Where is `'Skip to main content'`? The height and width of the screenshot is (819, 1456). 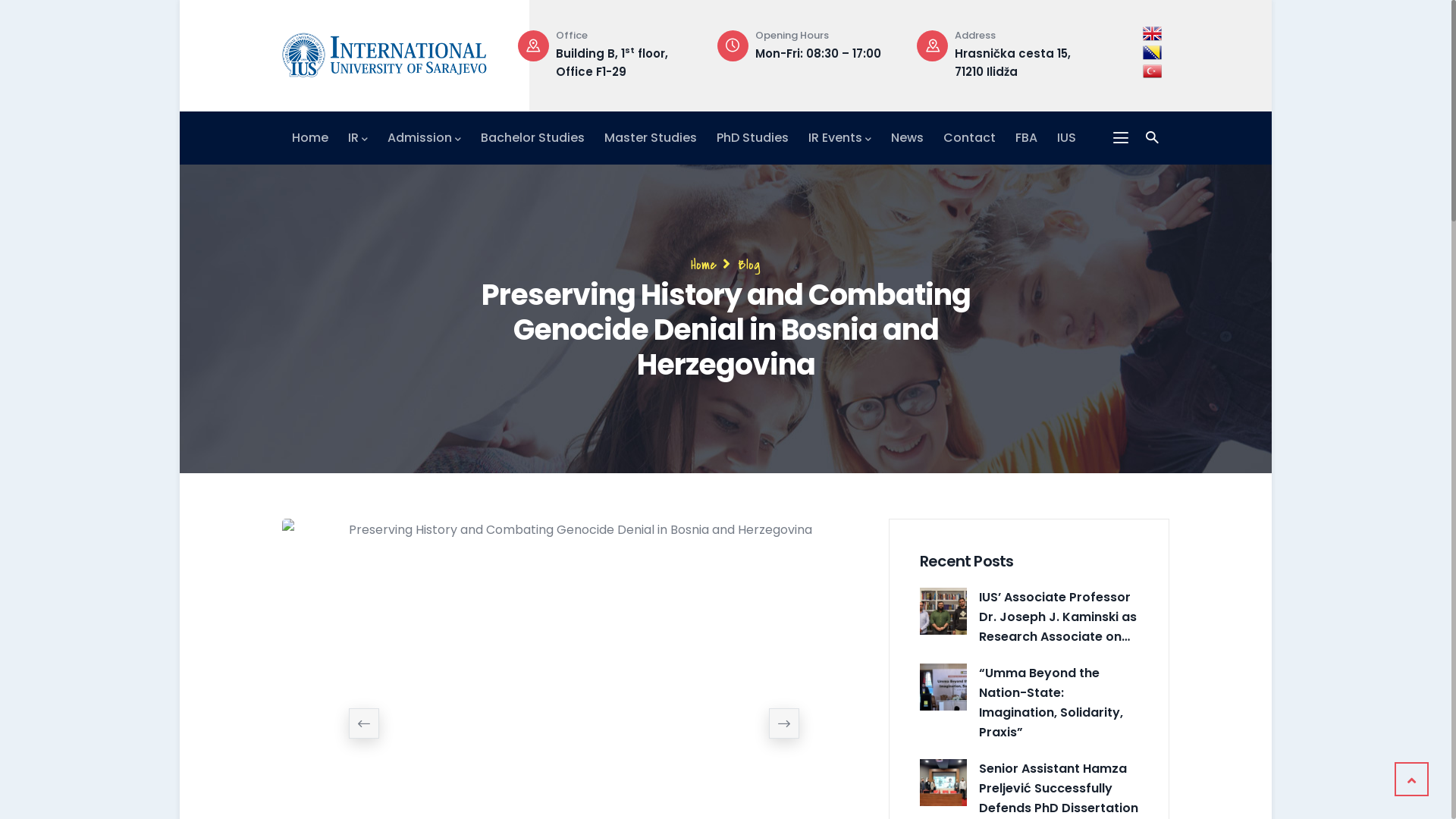 'Skip to main content' is located at coordinates (180, 0).